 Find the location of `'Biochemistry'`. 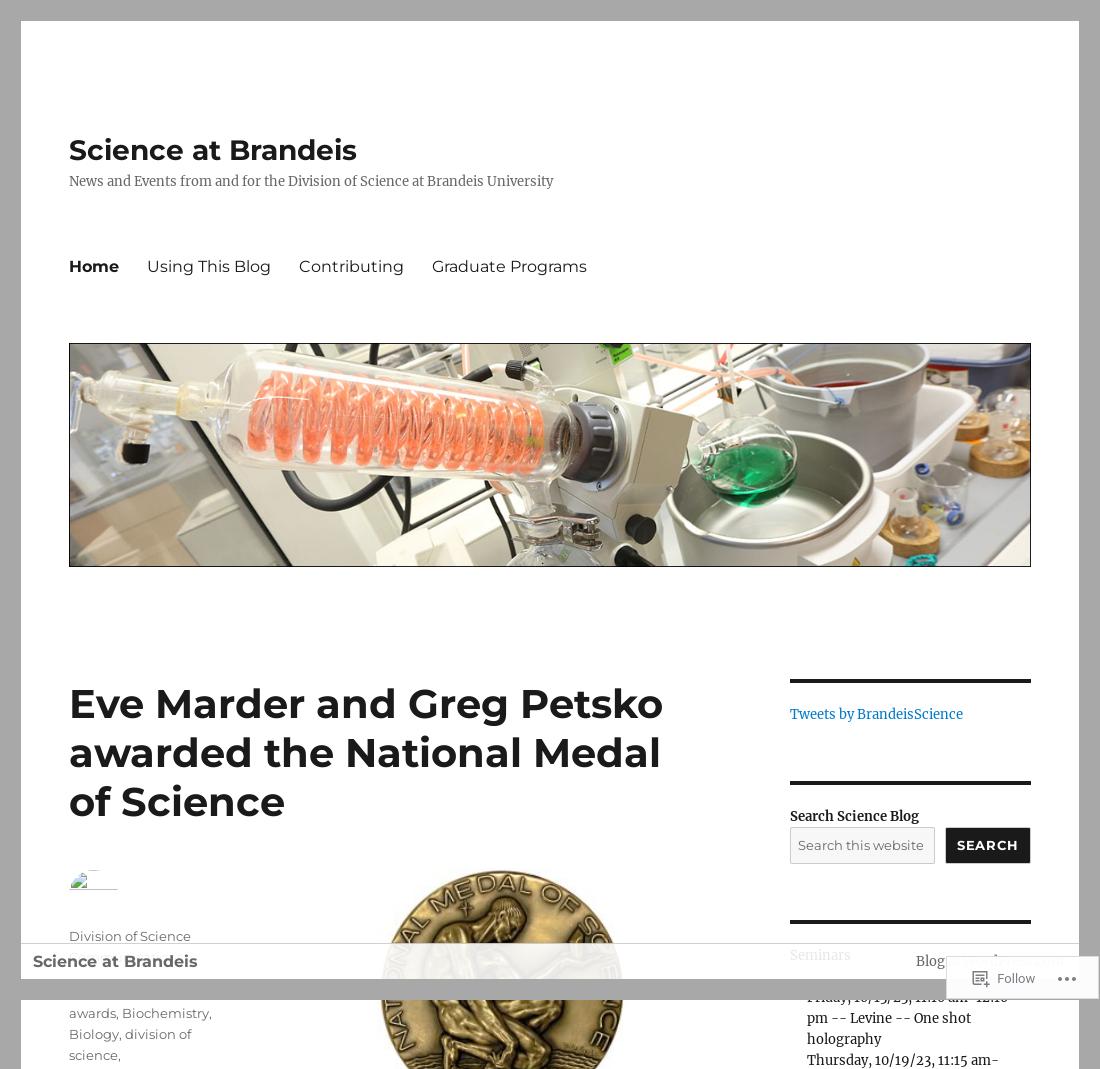

'Biochemistry' is located at coordinates (164, 1012).